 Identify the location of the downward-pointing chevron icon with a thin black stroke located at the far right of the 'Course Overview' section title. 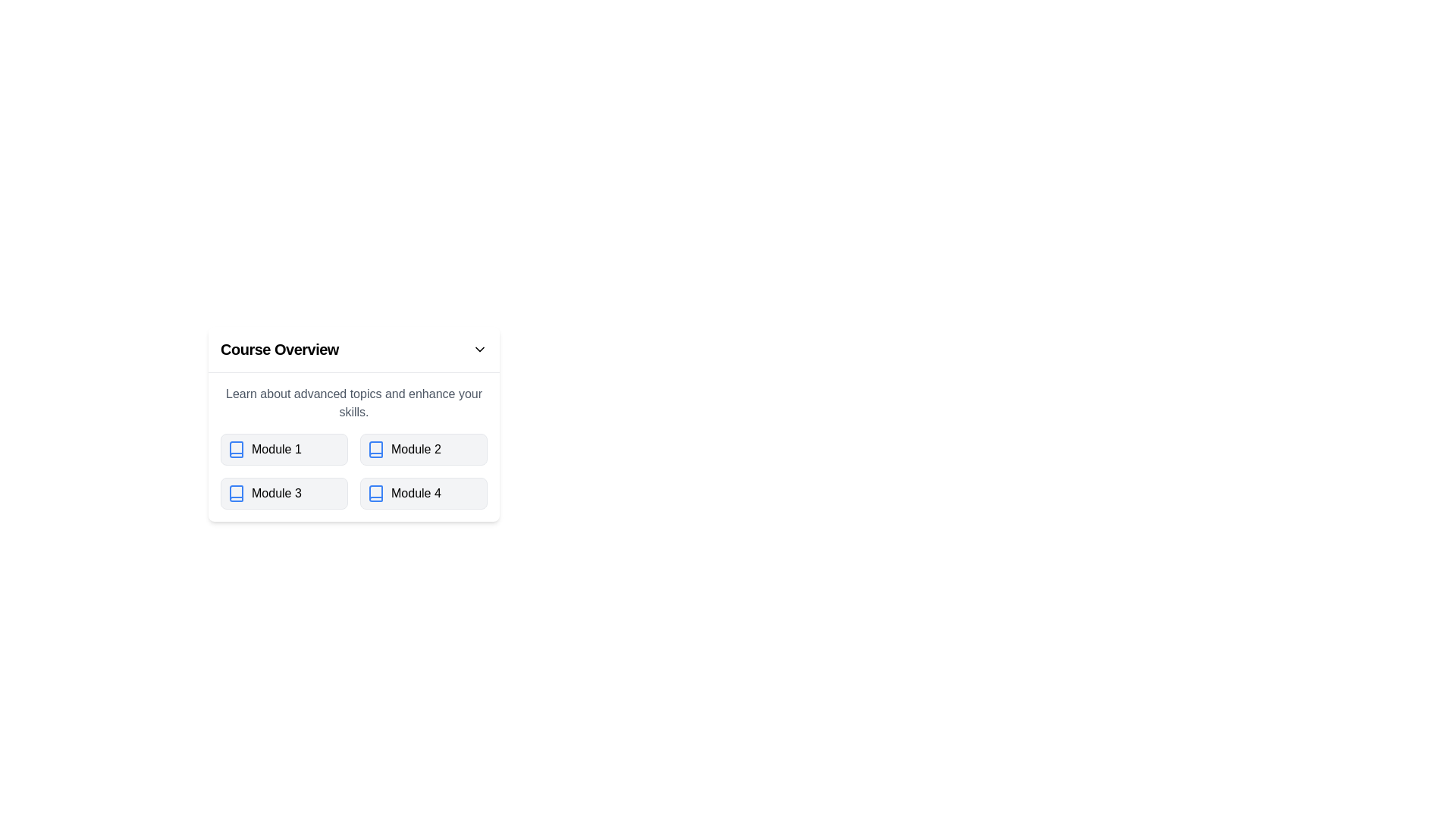
(479, 350).